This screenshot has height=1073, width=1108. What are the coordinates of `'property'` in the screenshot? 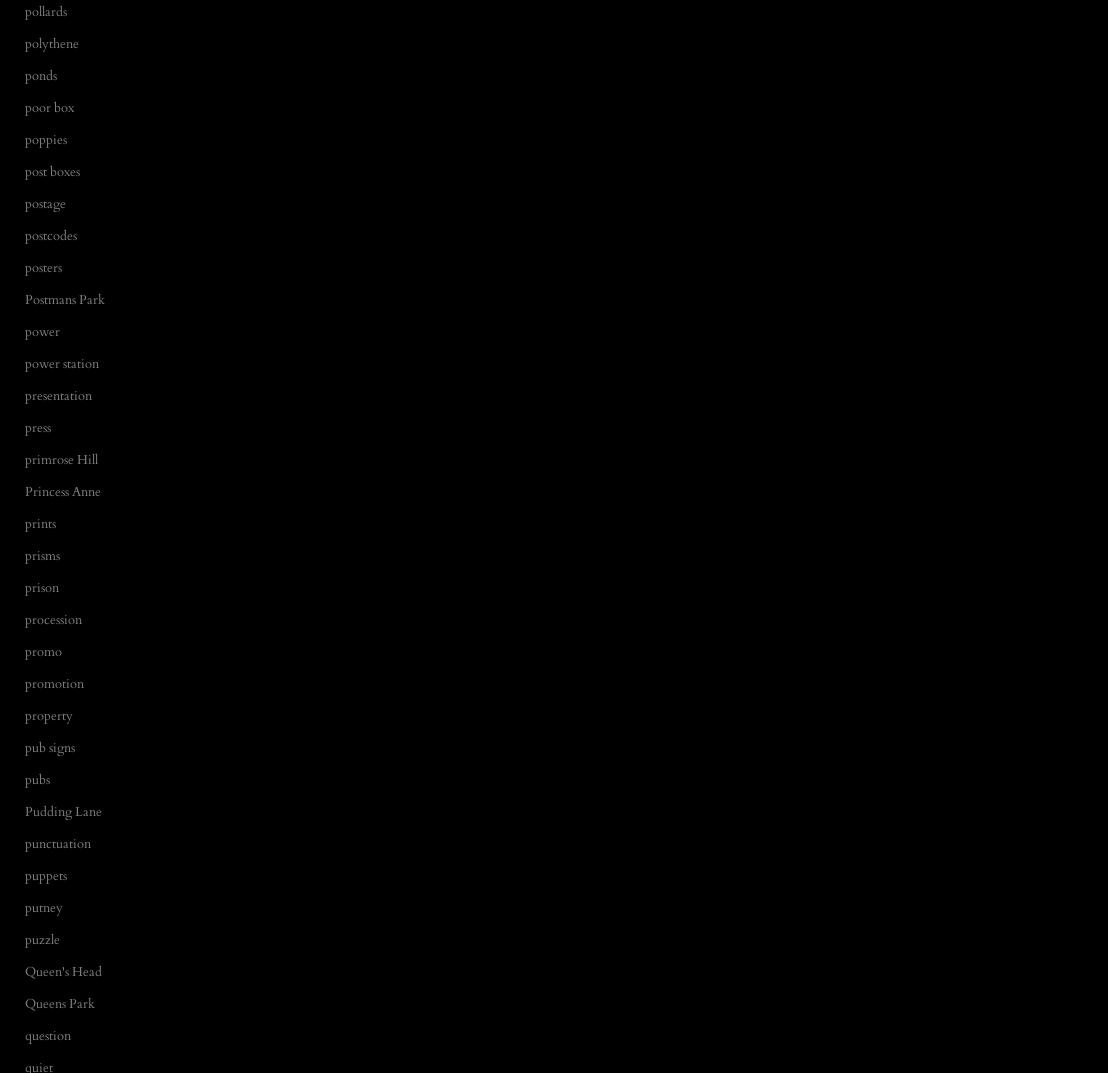 It's located at (25, 715).